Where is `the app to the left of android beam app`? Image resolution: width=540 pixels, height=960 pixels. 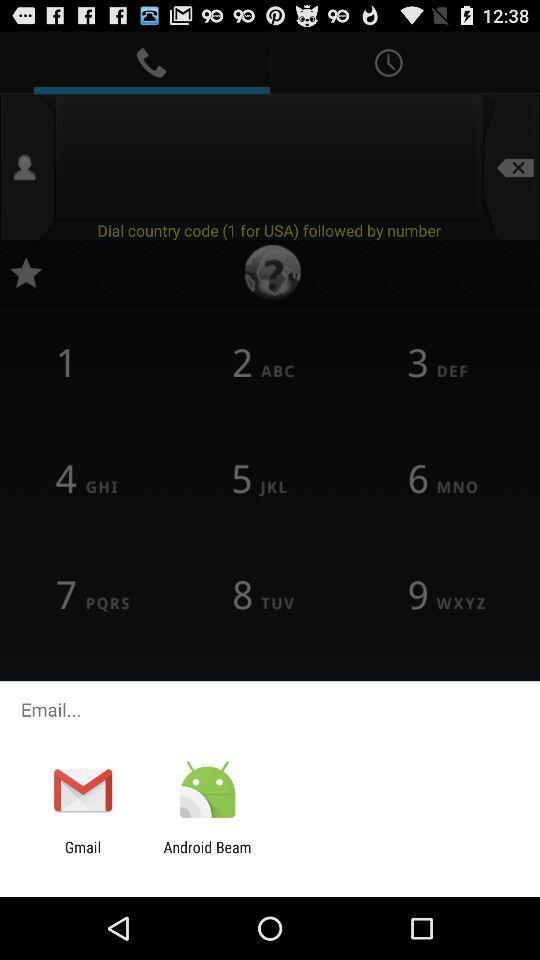 the app to the left of android beam app is located at coordinates (82, 855).